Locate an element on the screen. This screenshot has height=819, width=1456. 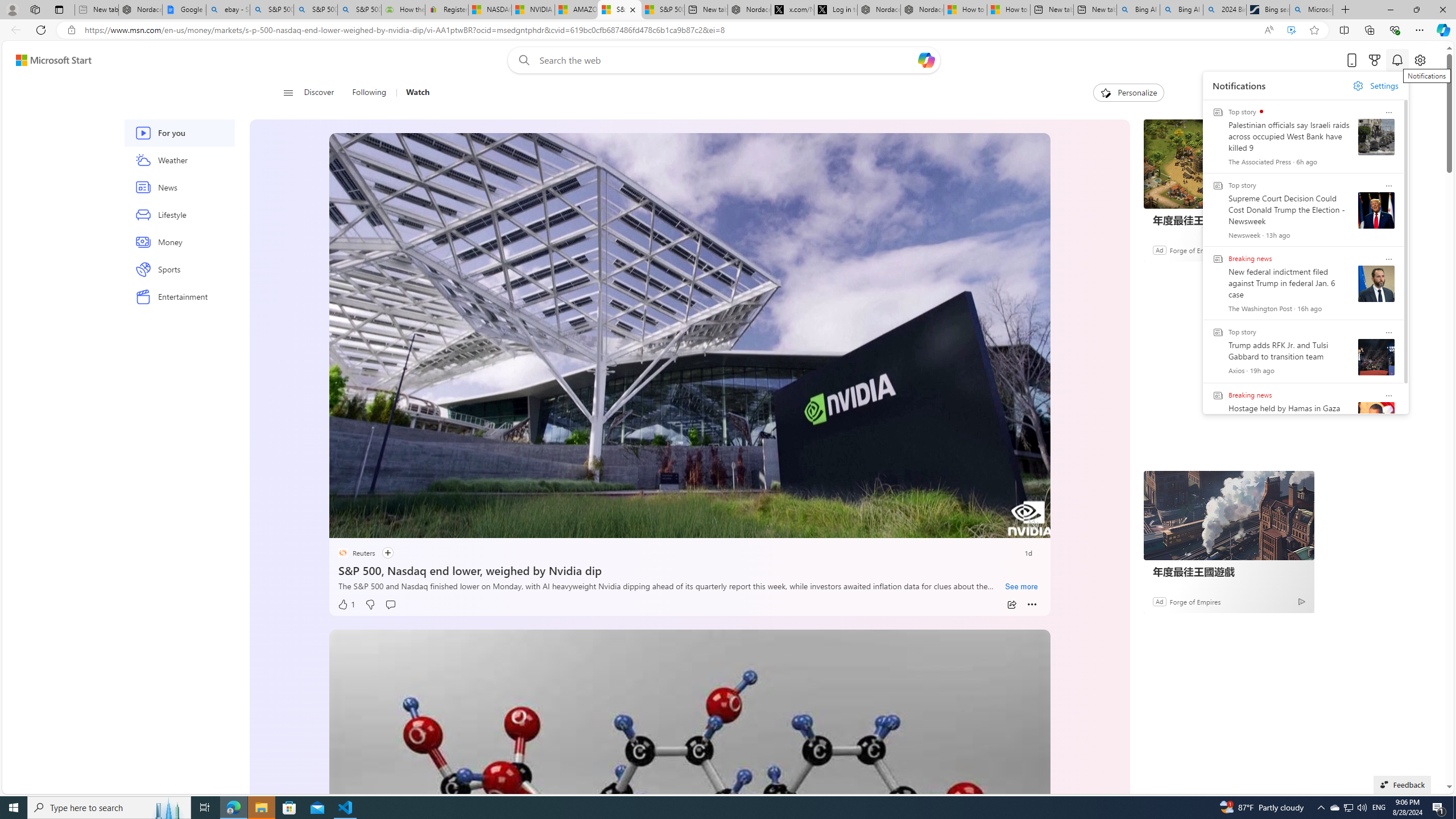
'Bing search market share worldwide 2024 | Statista' is located at coordinates (1268, 9).